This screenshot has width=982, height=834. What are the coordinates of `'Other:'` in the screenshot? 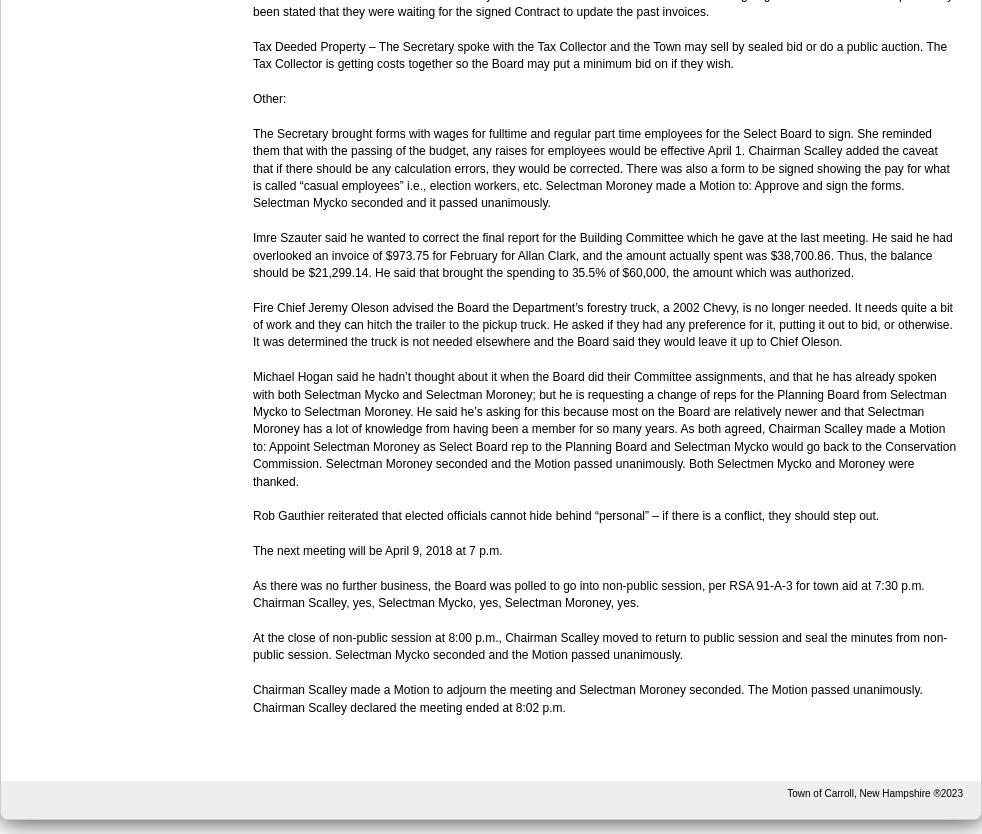 It's located at (269, 96).